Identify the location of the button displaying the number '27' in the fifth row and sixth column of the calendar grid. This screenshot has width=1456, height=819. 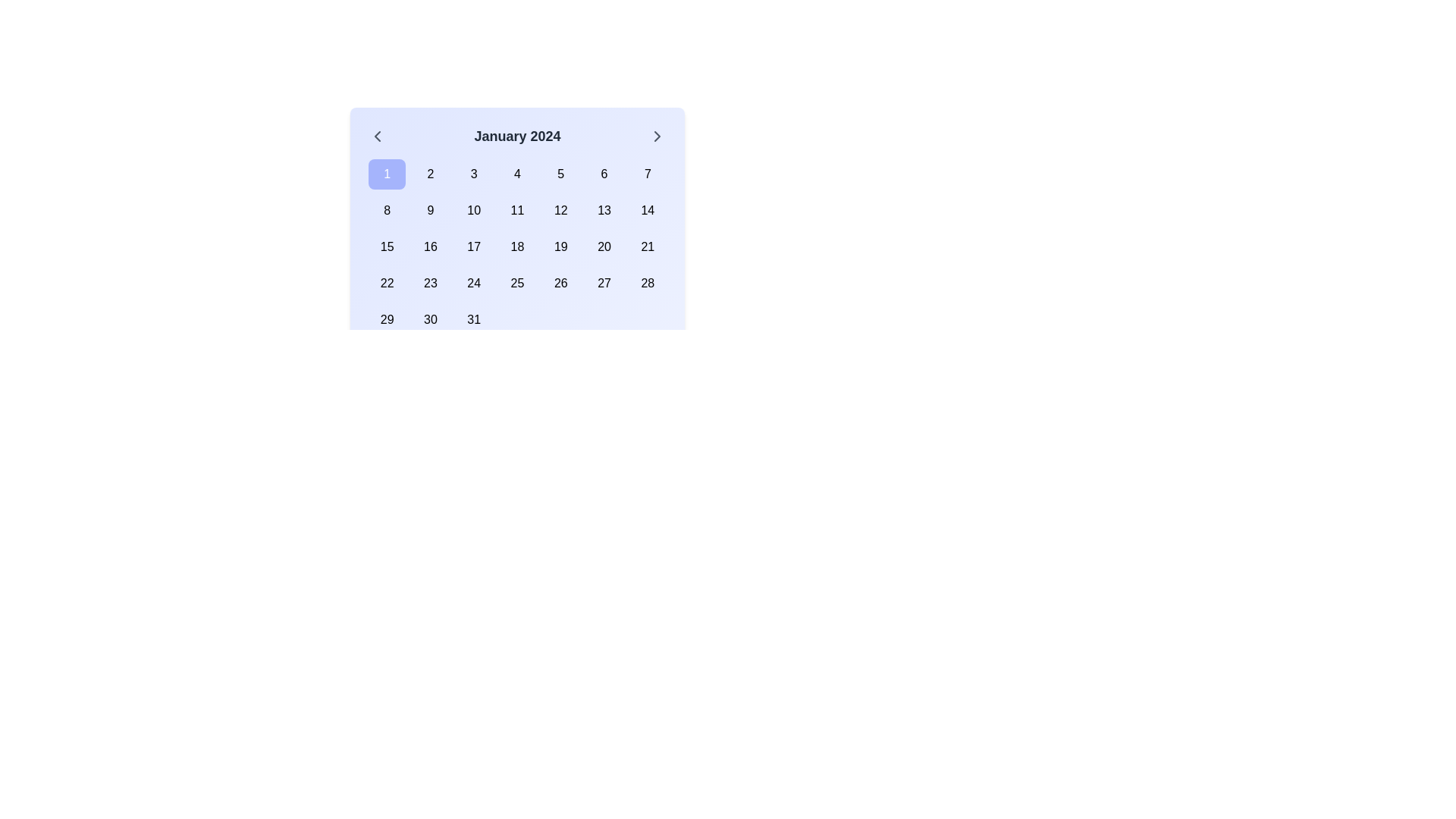
(603, 284).